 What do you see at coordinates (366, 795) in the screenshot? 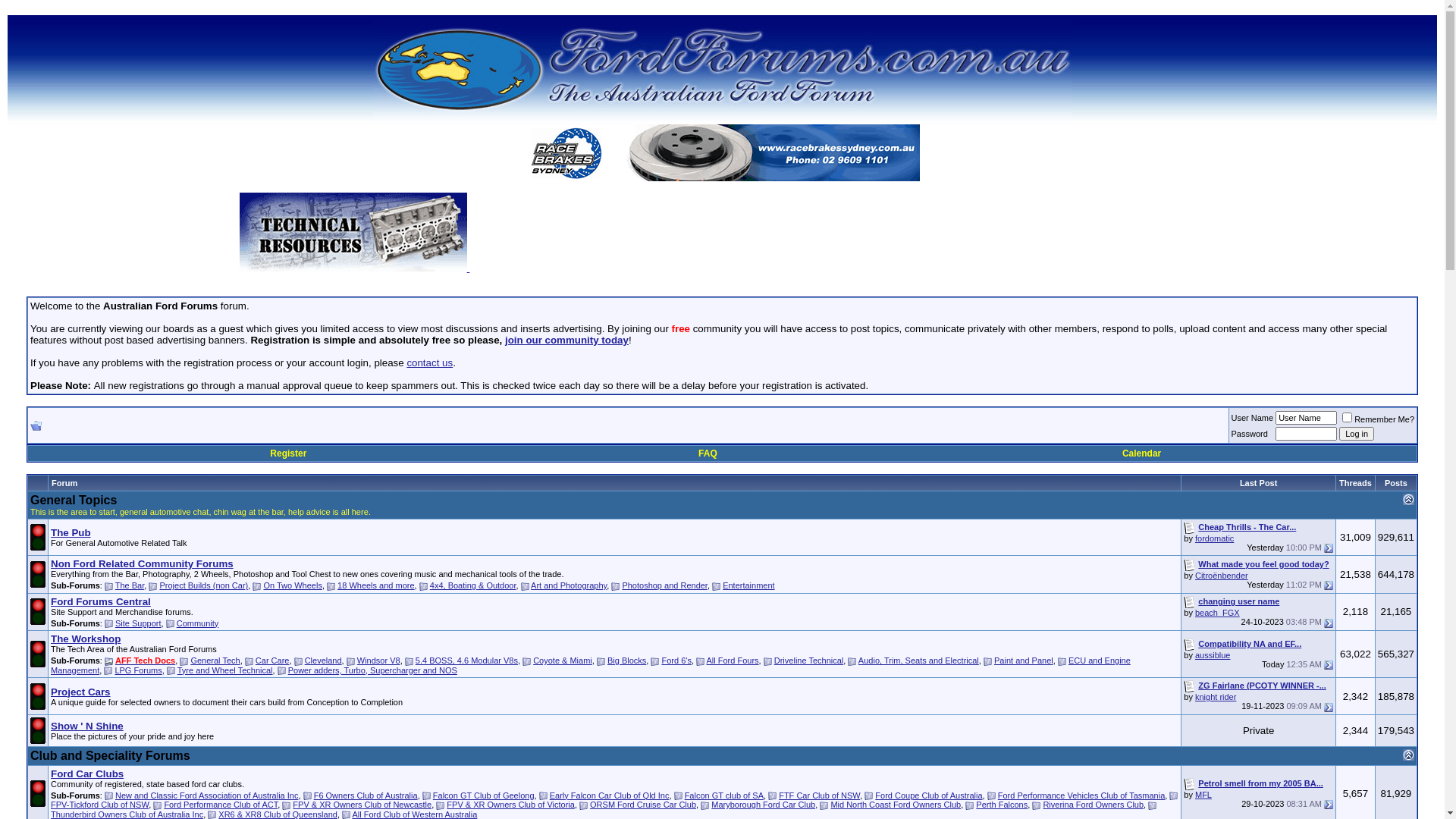
I see `'F6 Owners Club of Australia'` at bounding box center [366, 795].